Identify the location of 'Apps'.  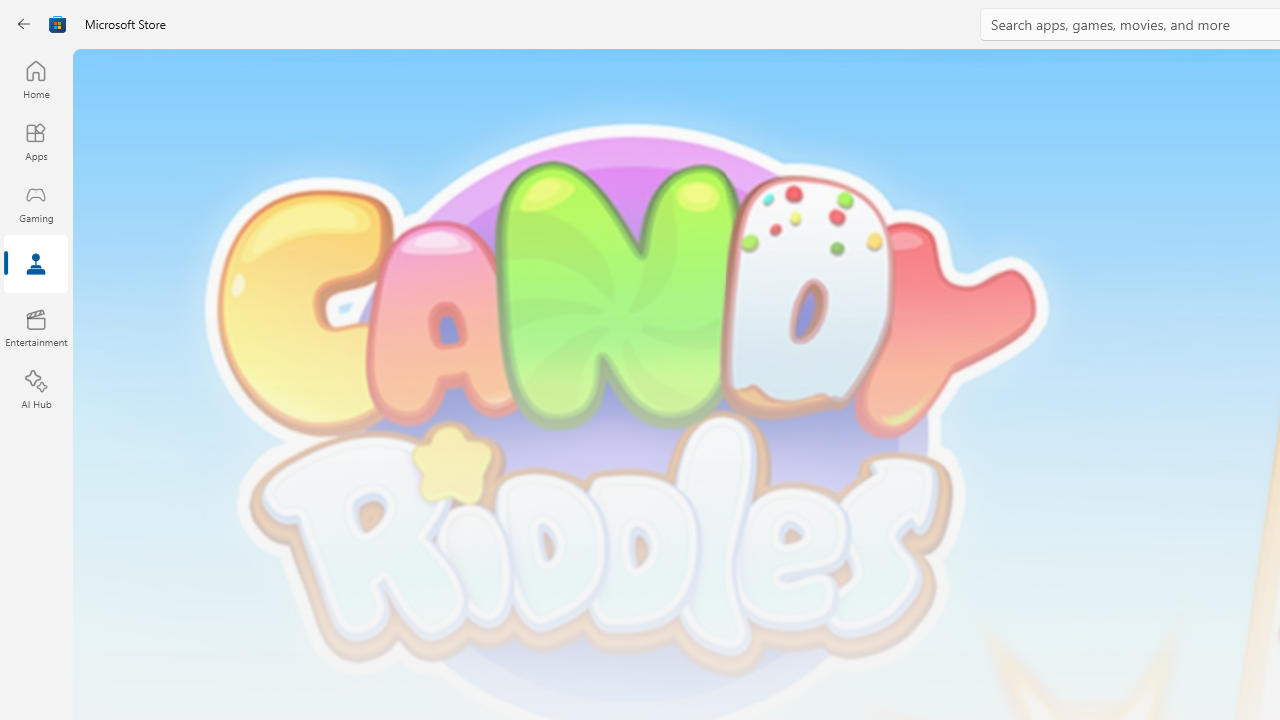
(35, 140).